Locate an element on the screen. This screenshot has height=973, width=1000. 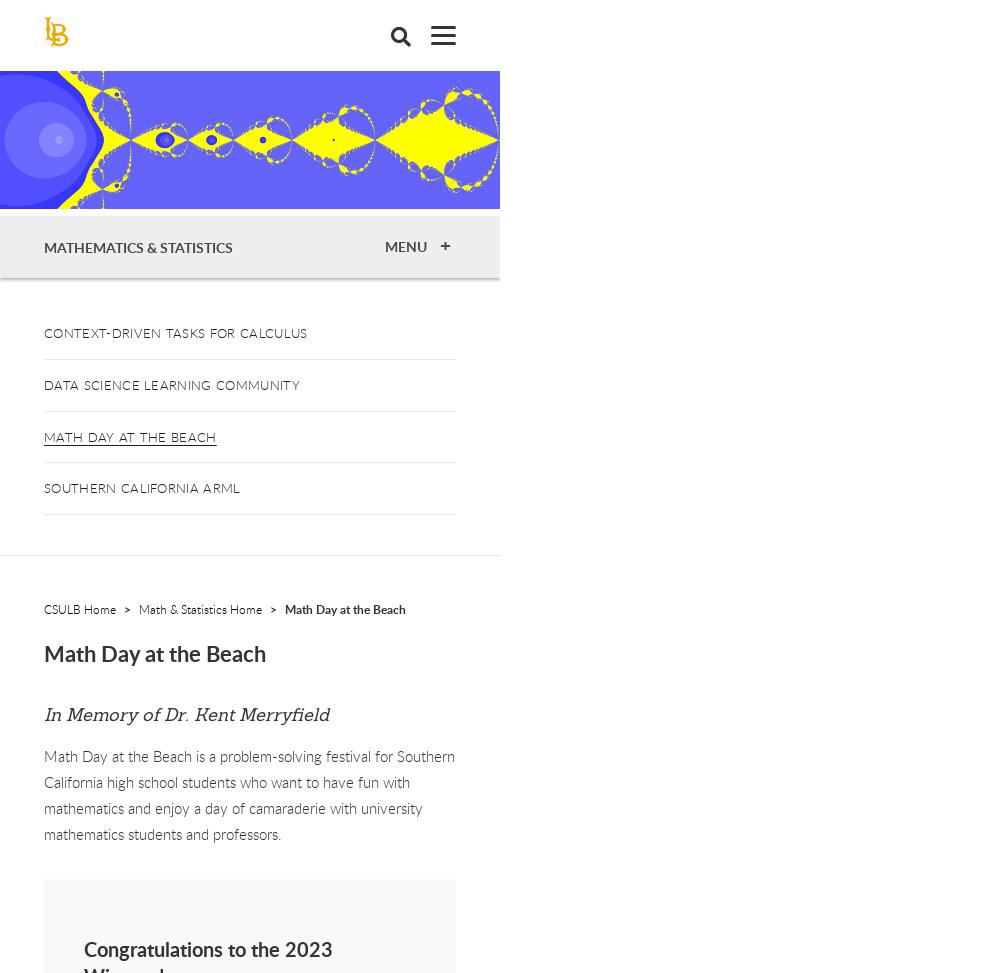
'Mathematics & Statistics' is located at coordinates (138, 246).